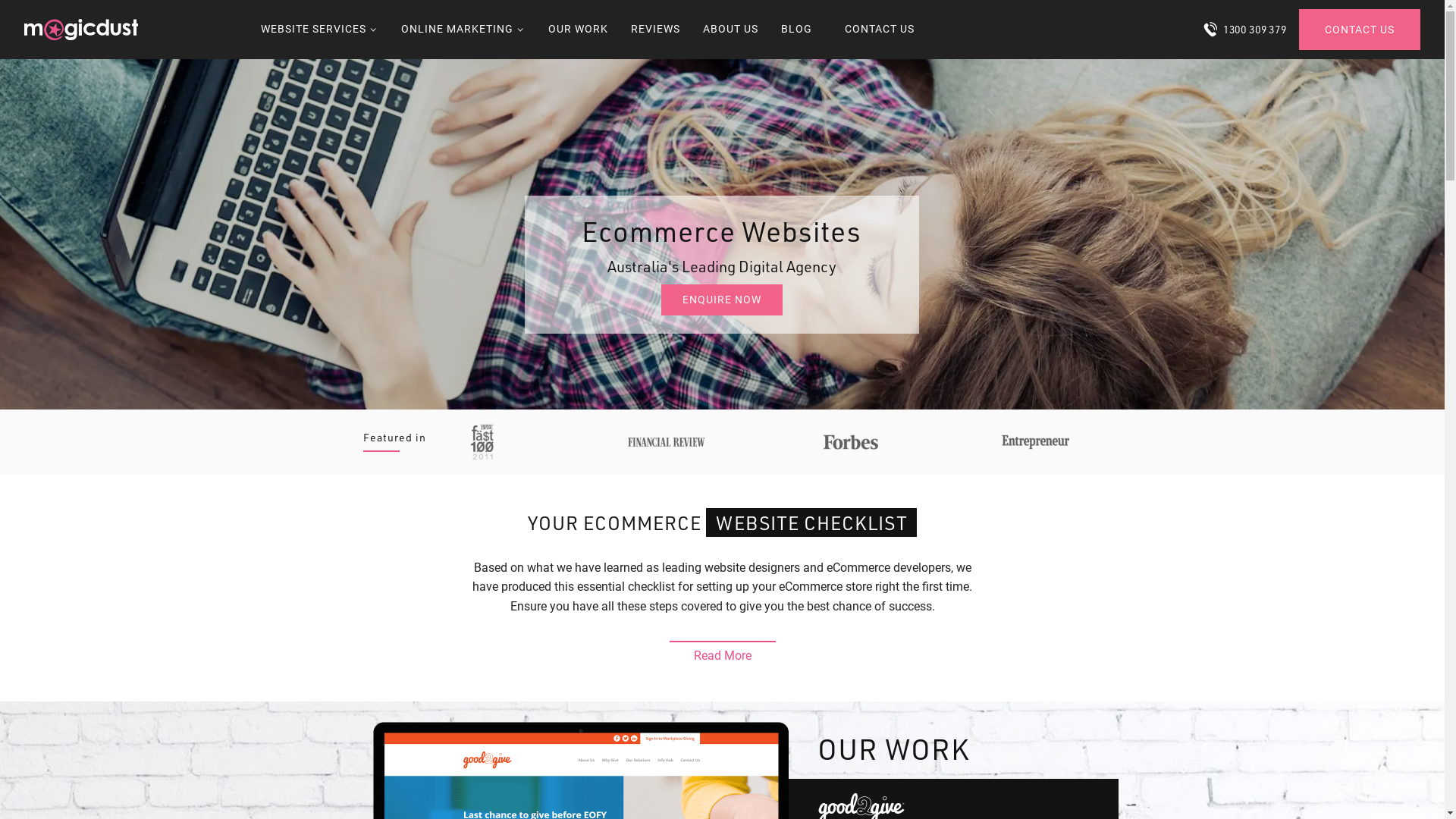 The height and width of the screenshot is (819, 1456). I want to click on 'ENQUIRE NOW', so click(661, 300).